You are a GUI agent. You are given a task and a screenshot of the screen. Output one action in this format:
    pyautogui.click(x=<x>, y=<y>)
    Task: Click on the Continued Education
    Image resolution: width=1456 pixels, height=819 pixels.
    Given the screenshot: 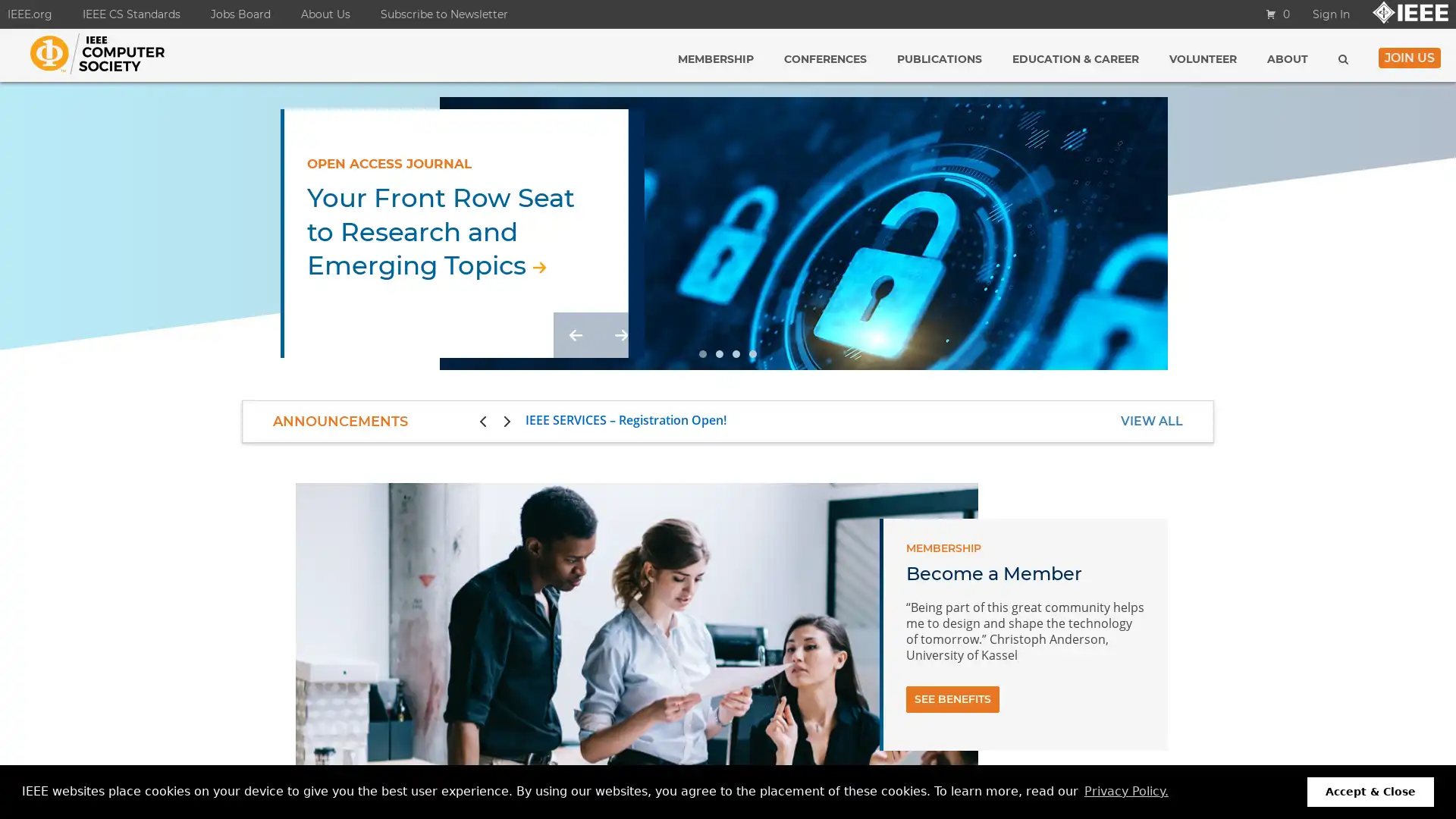 What is the action you would take?
    pyautogui.click(x=719, y=353)
    